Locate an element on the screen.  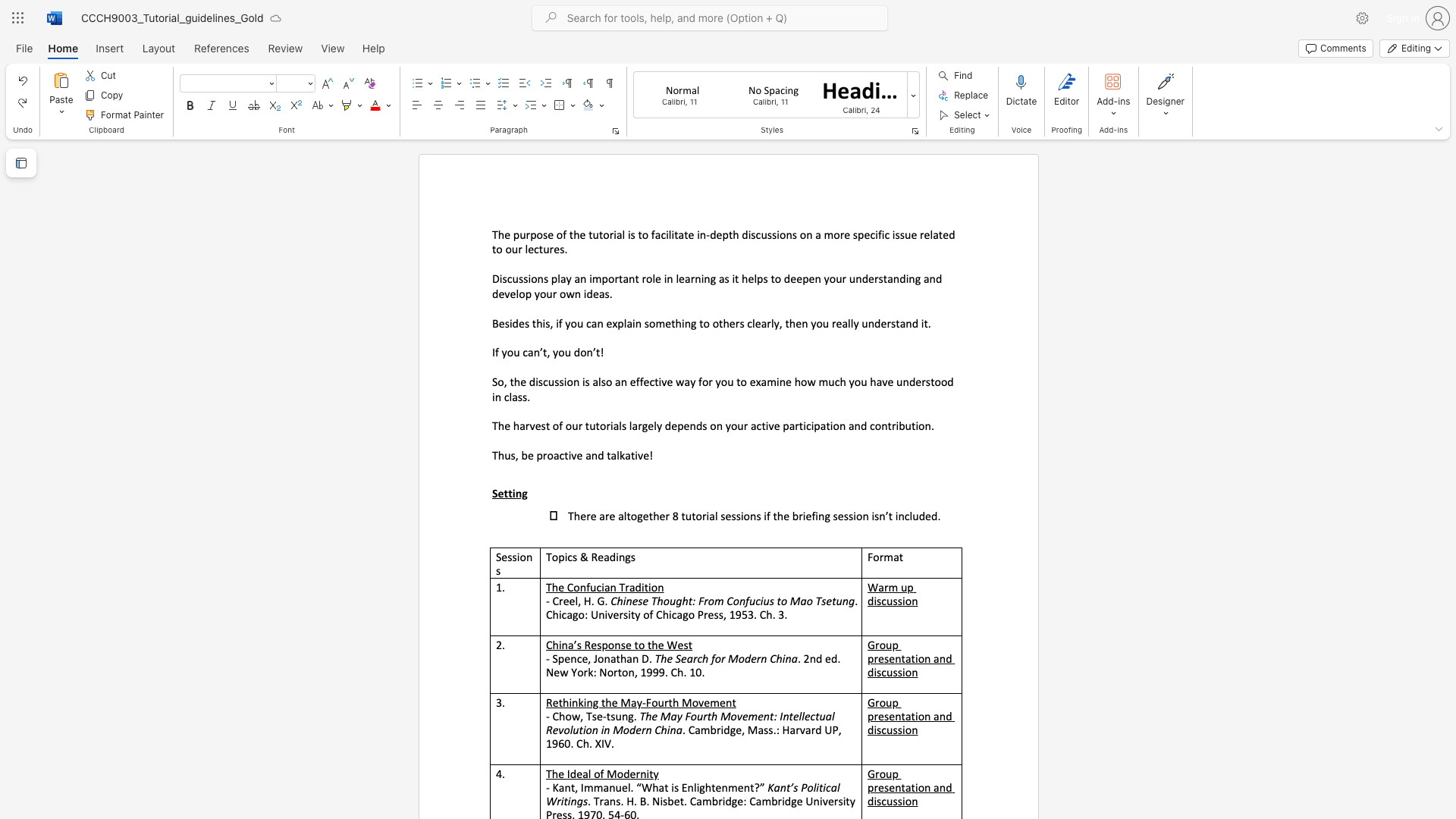
the subset text "tsu" within the text "- Chow, Tse-tsung." is located at coordinates (605, 716).